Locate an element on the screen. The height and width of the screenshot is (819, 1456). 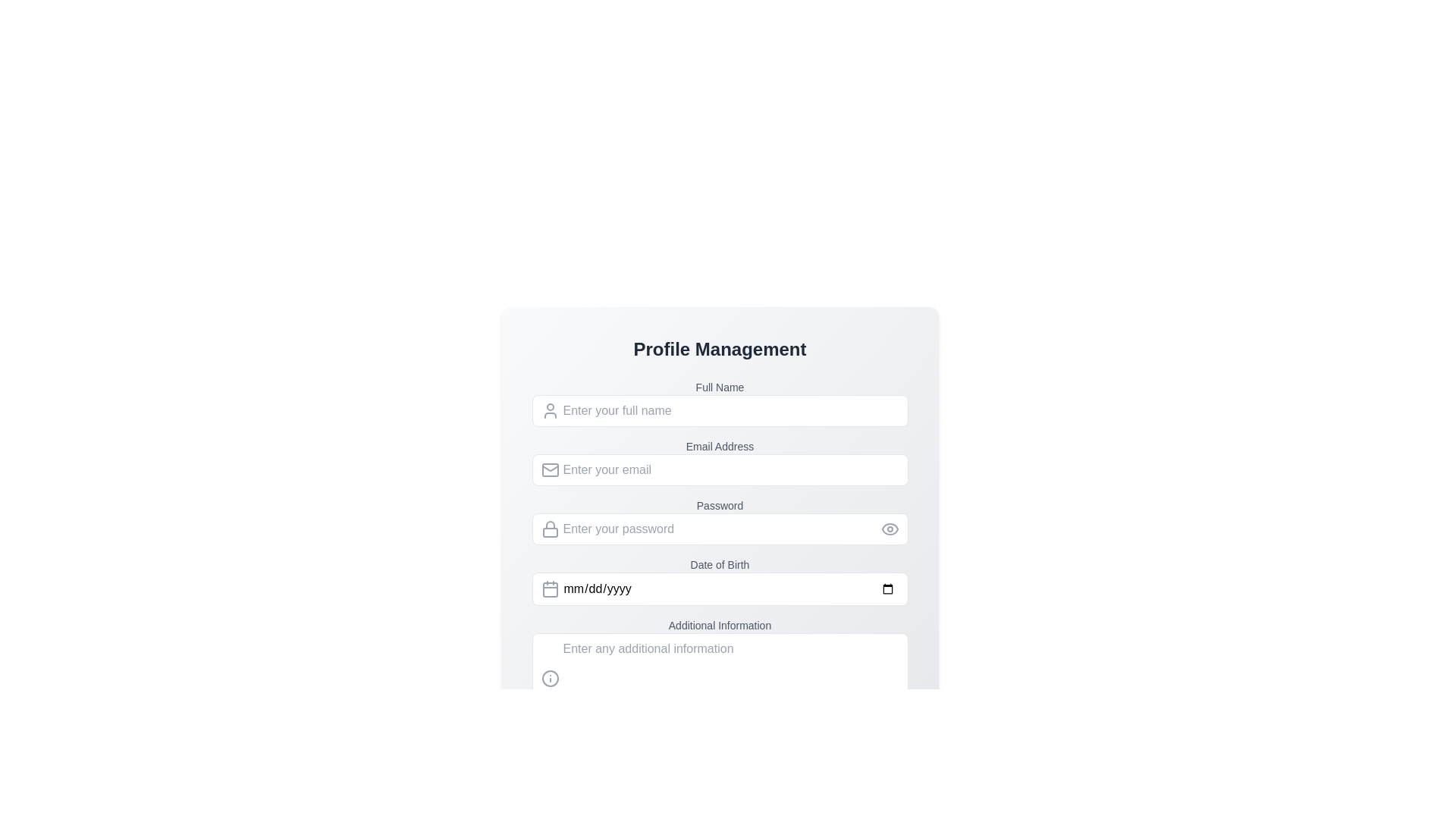
label for the input field titled 'Enter your full name' located in the 'Profile Management' section of the form to understand the expected input is located at coordinates (719, 386).